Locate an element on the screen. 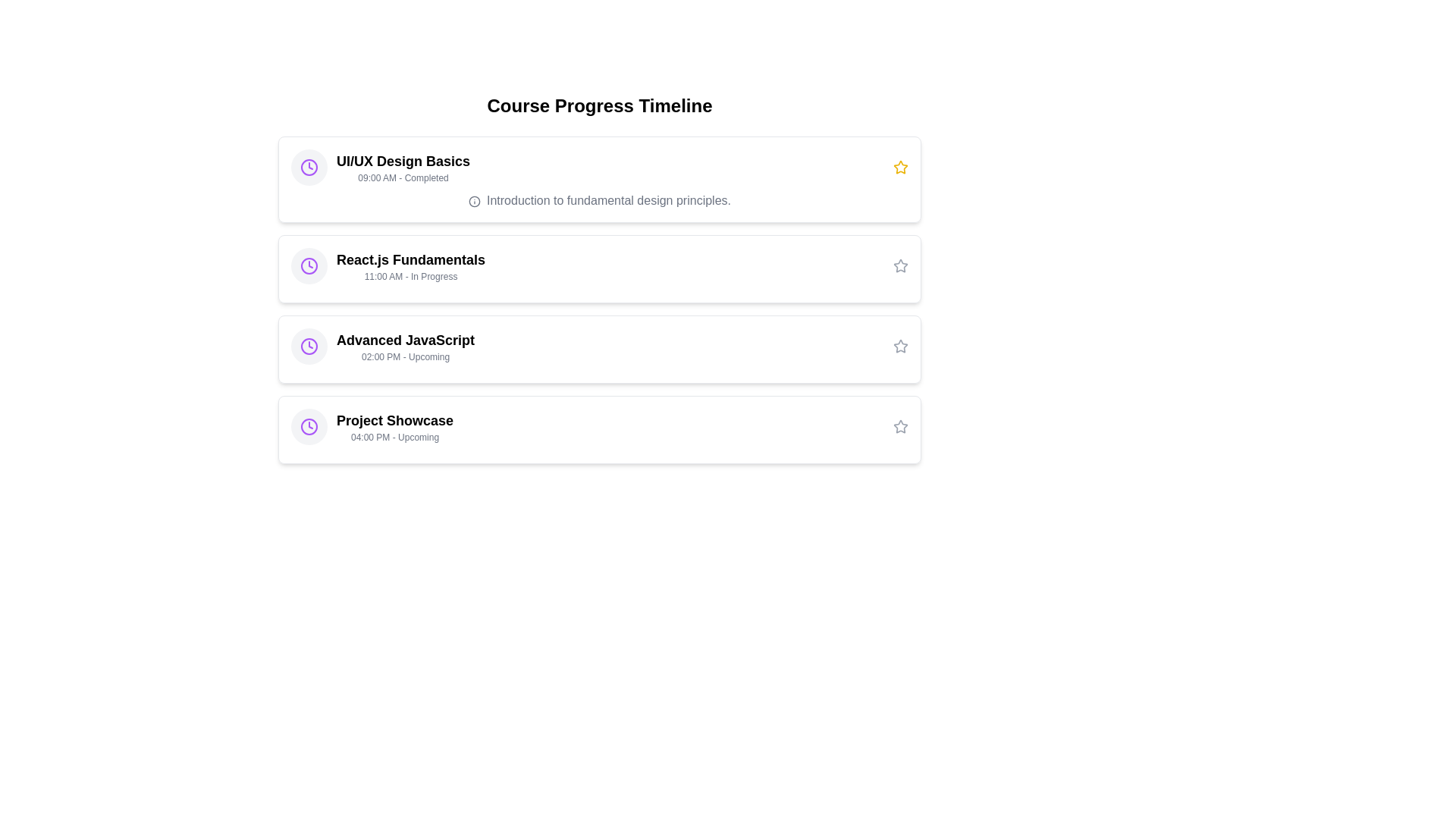 The image size is (1456, 819). text of the 'Advanced JavaScript' title label, which is the third course in the list, located above the description '02:00 PM - Upcoming' is located at coordinates (406, 339).